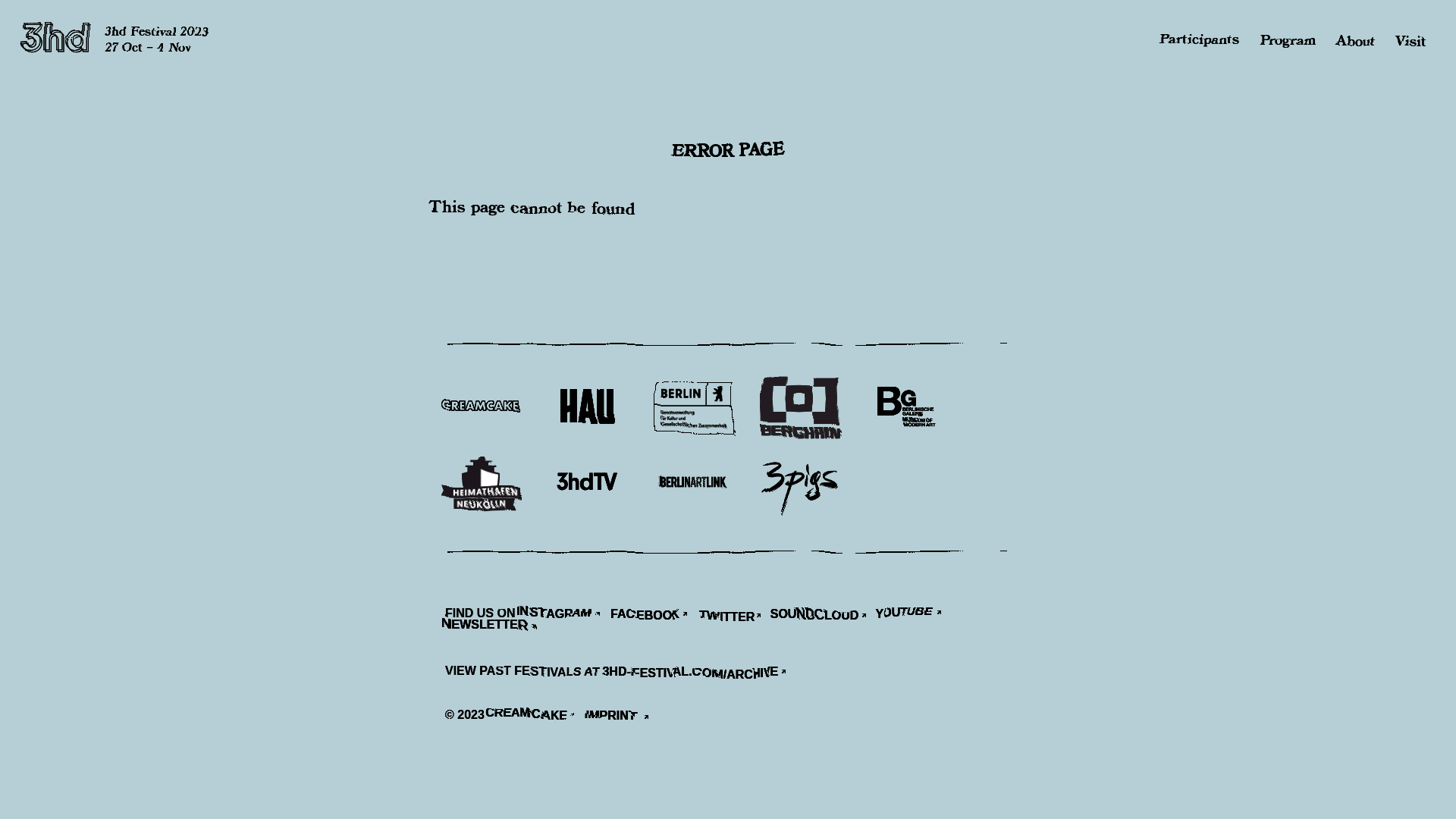  I want to click on 'CREAMCAKE', so click(490, 717).